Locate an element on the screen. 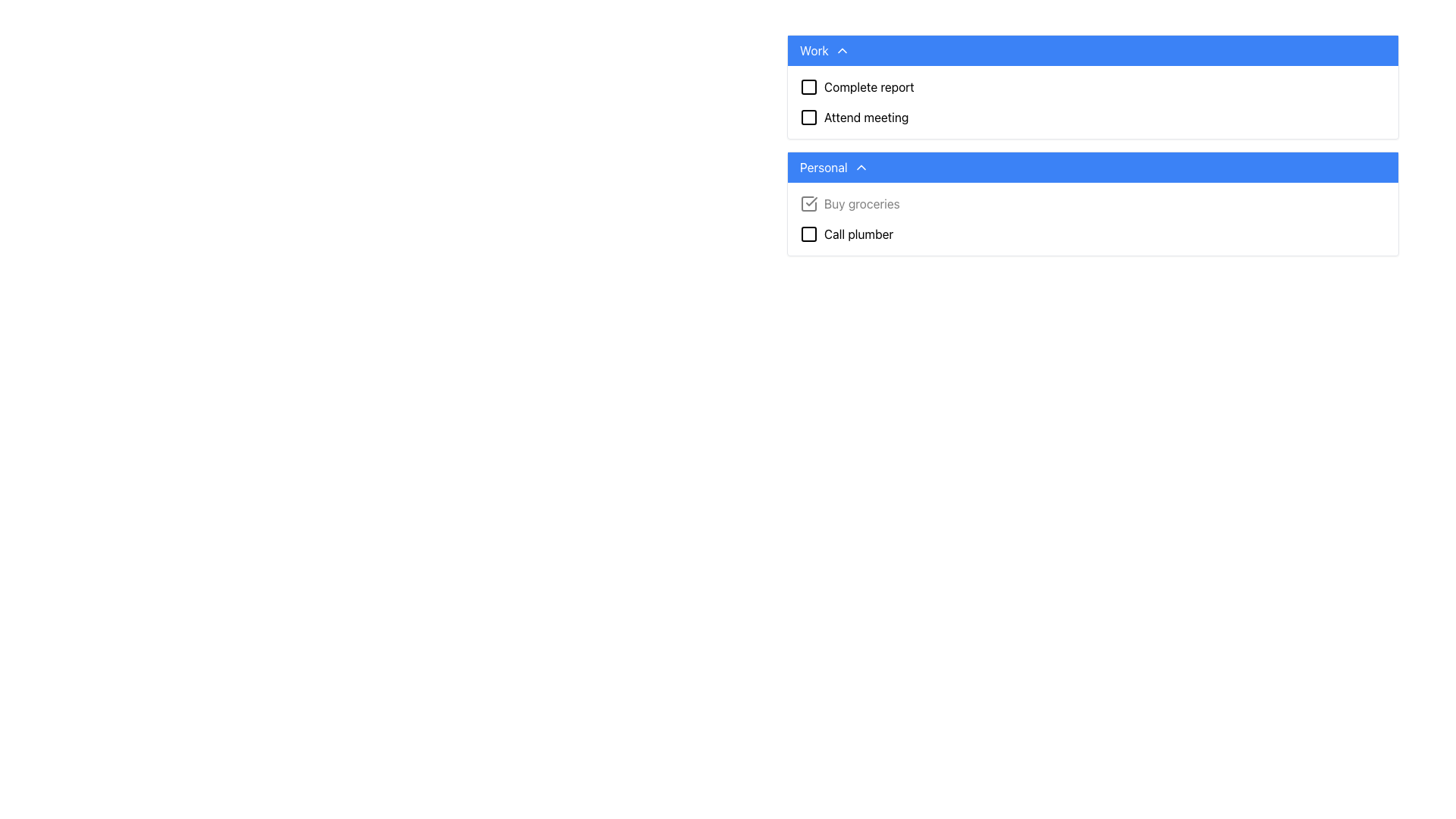 The image size is (1456, 819). the associated checkbox for the checklist item is located at coordinates (869, 87).